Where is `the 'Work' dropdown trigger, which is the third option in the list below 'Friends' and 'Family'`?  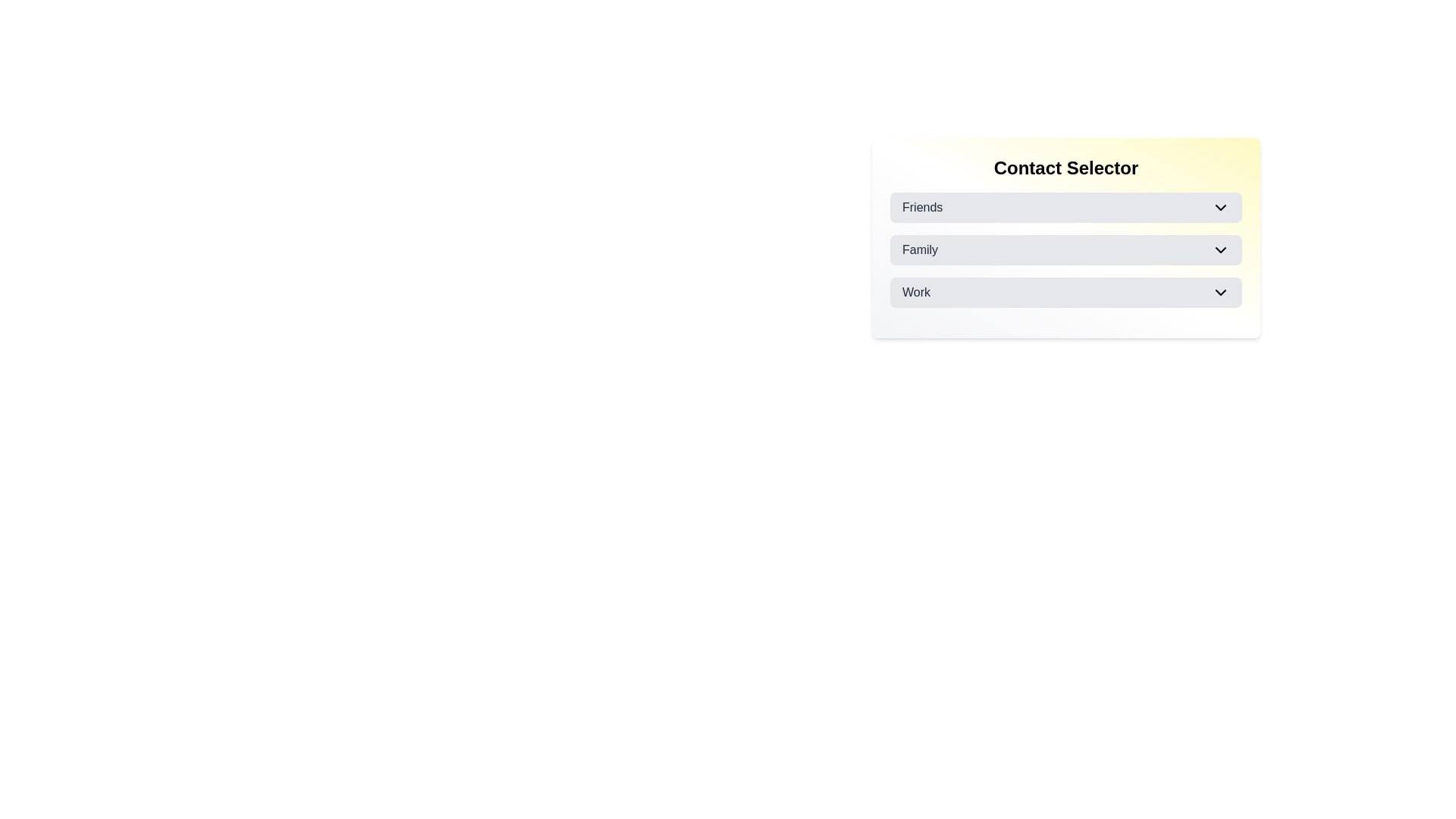
the 'Work' dropdown trigger, which is the third option in the list below 'Friends' and 'Family' is located at coordinates (1065, 292).